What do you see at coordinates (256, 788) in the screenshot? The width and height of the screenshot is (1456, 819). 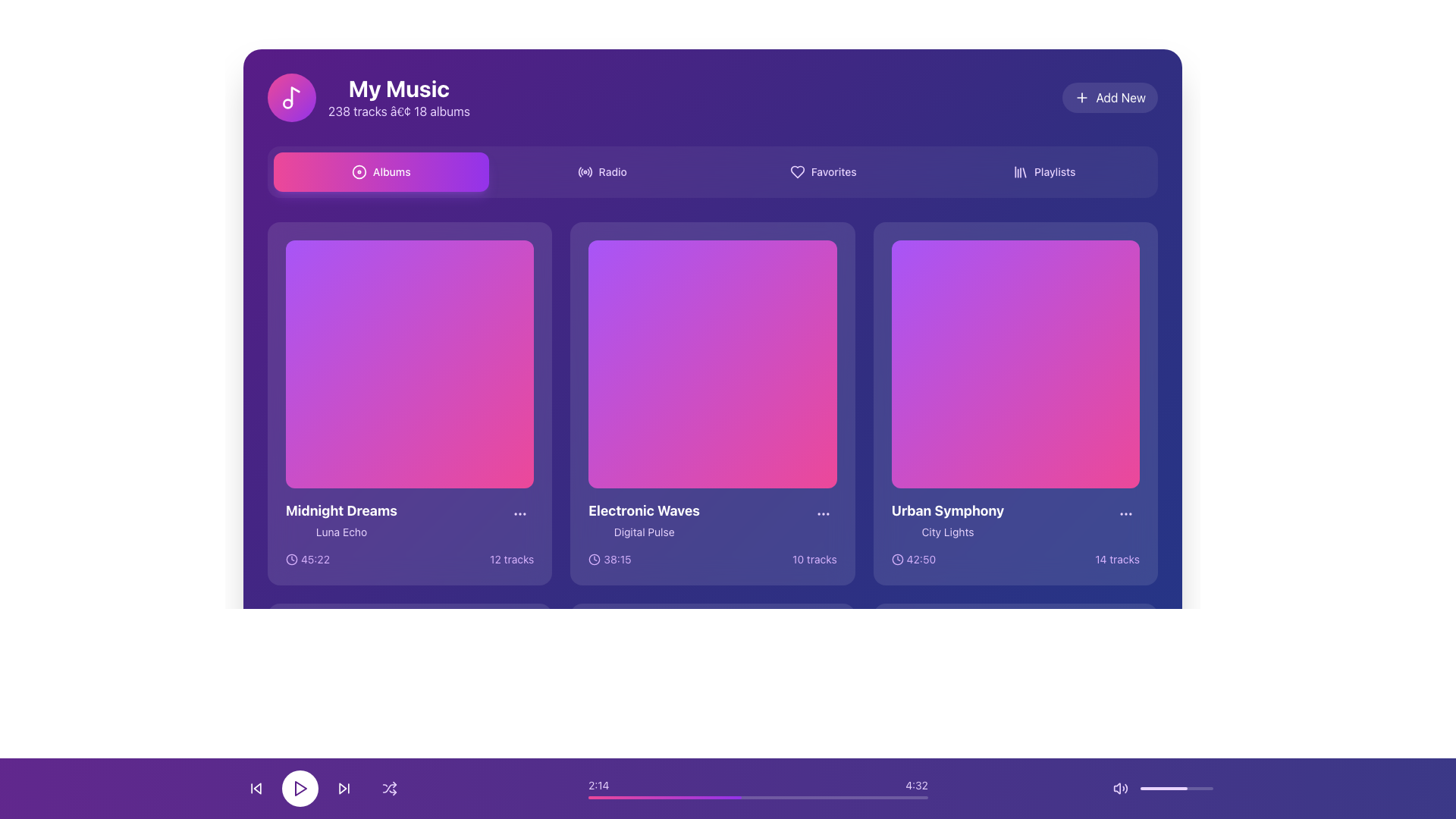 I see `the circular back button located at the bottom left of the player control bar to skip backward` at bounding box center [256, 788].